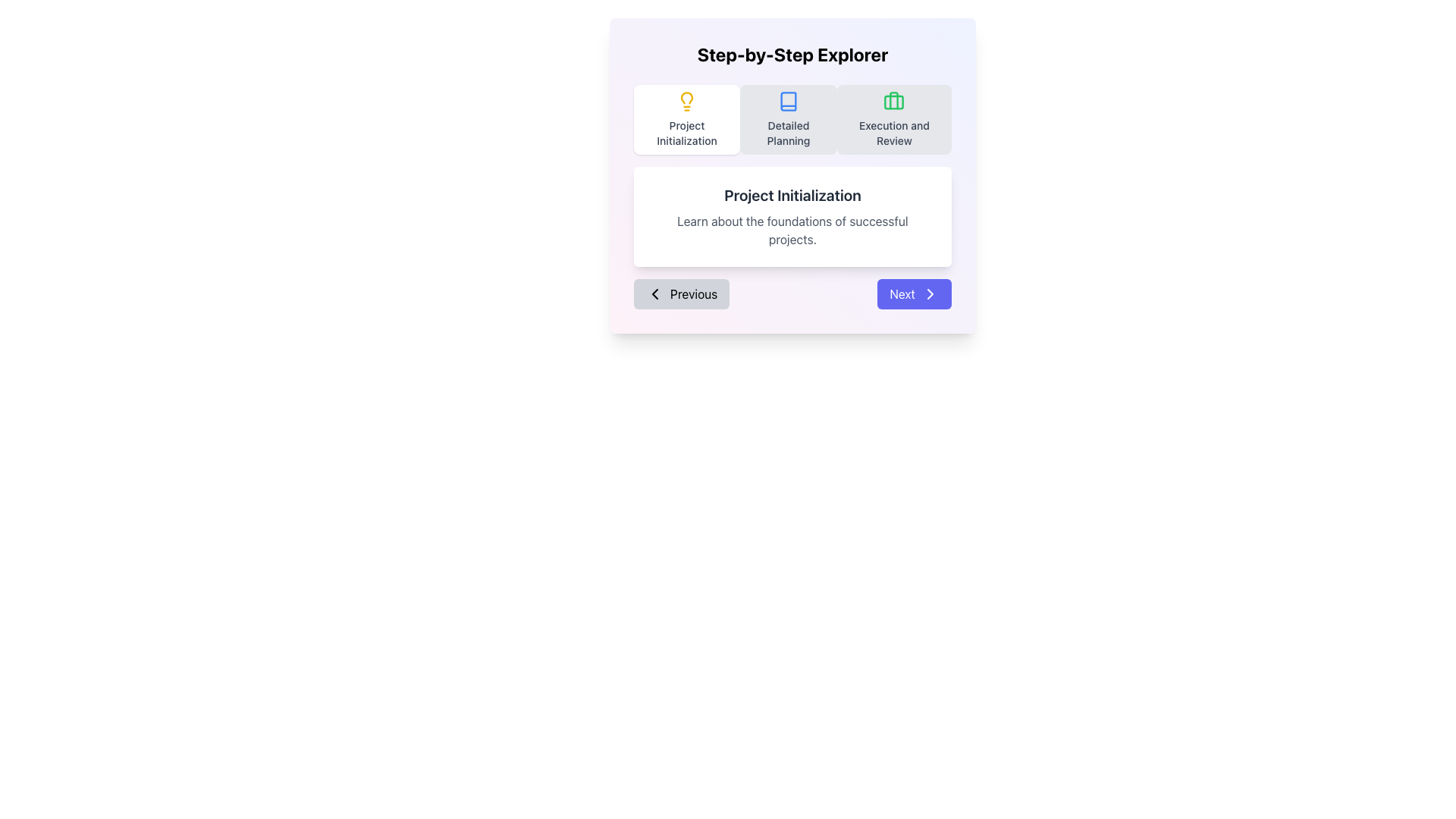  What do you see at coordinates (655, 294) in the screenshot?
I see `the 'Previous' SVG icon located within the button for navigation purposes` at bounding box center [655, 294].